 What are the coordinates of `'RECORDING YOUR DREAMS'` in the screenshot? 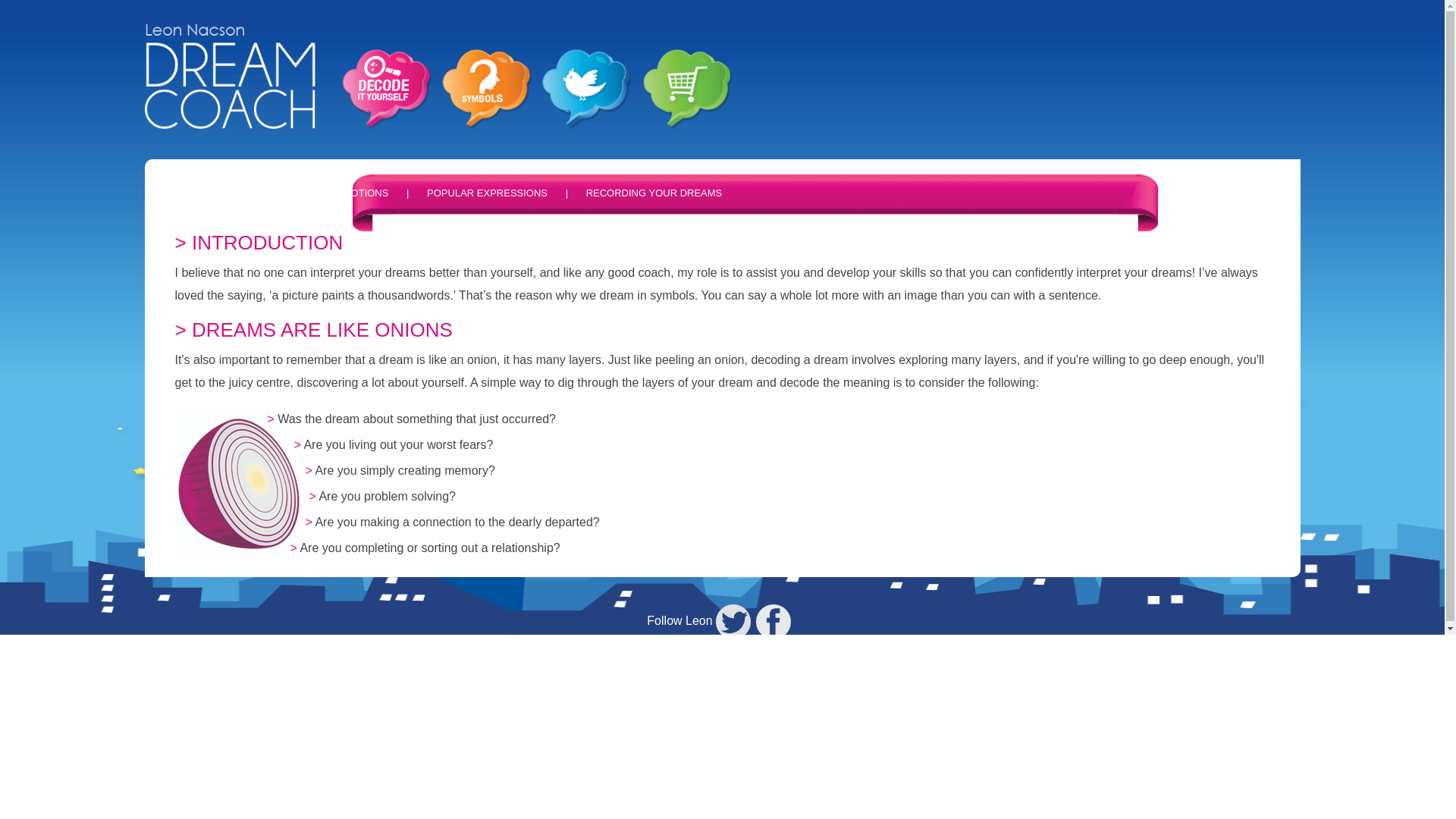 It's located at (585, 192).